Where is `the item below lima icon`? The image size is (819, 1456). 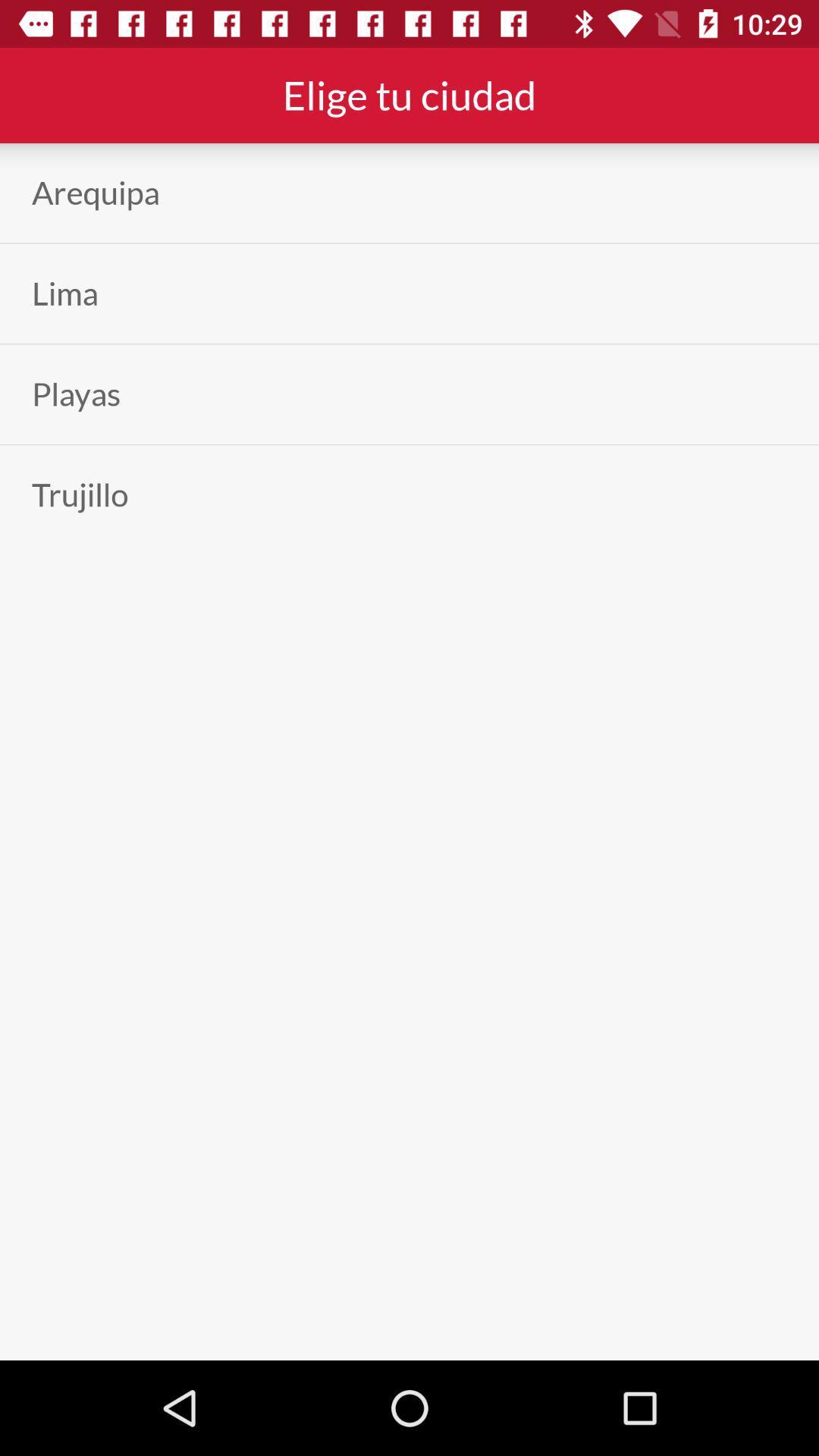 the item below lima icon is located at coordinates (76, 394).